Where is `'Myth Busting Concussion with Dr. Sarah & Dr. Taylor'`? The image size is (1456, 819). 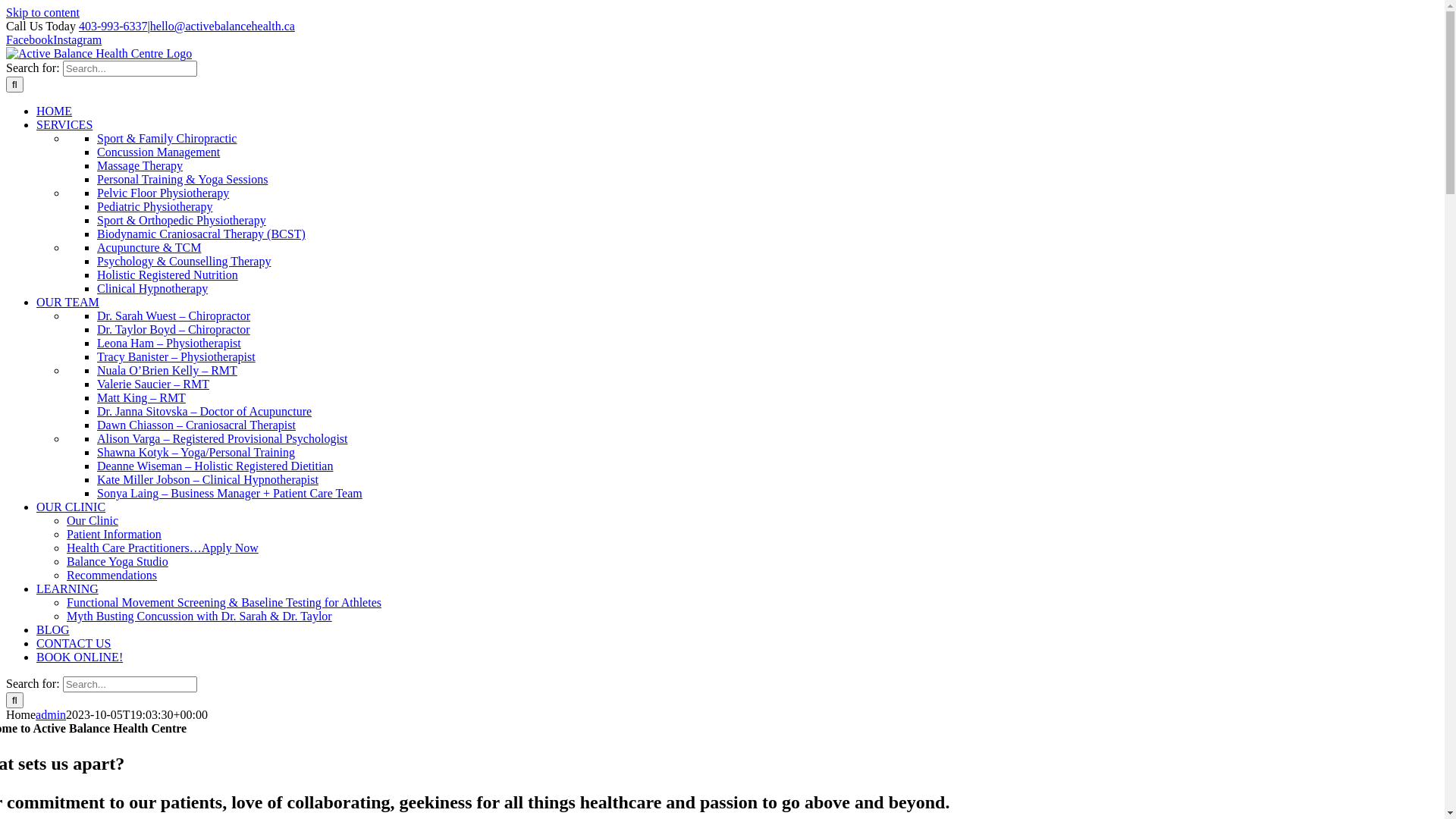 'Myth Busting Concussion with Dr. Sarah & Dr. Taylor' is located at coordinates (199, 616).